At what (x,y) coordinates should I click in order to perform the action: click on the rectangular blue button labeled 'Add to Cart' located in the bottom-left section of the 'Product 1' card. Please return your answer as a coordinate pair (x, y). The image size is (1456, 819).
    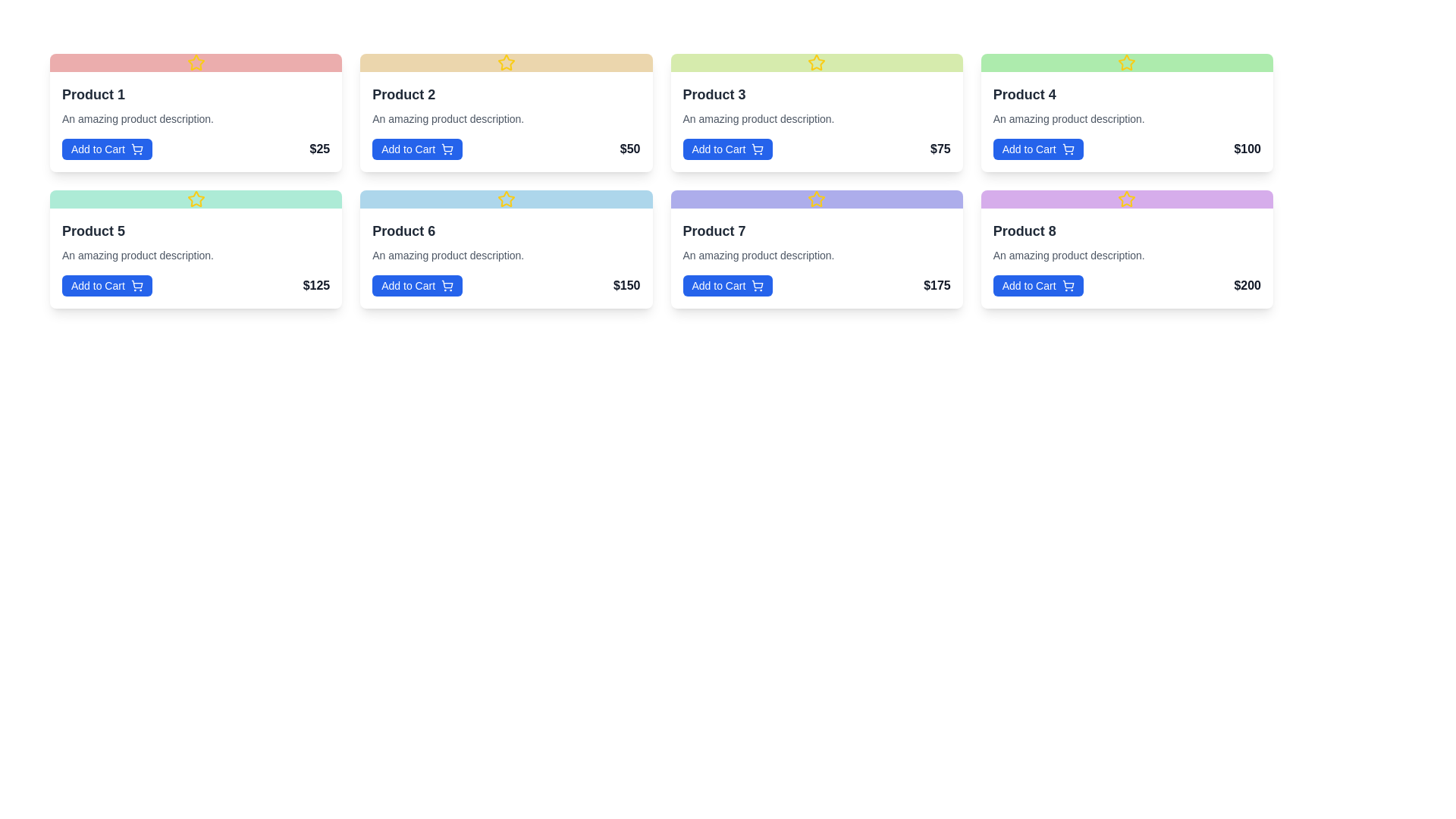
    Looking at the image, I should click on (106, 149).